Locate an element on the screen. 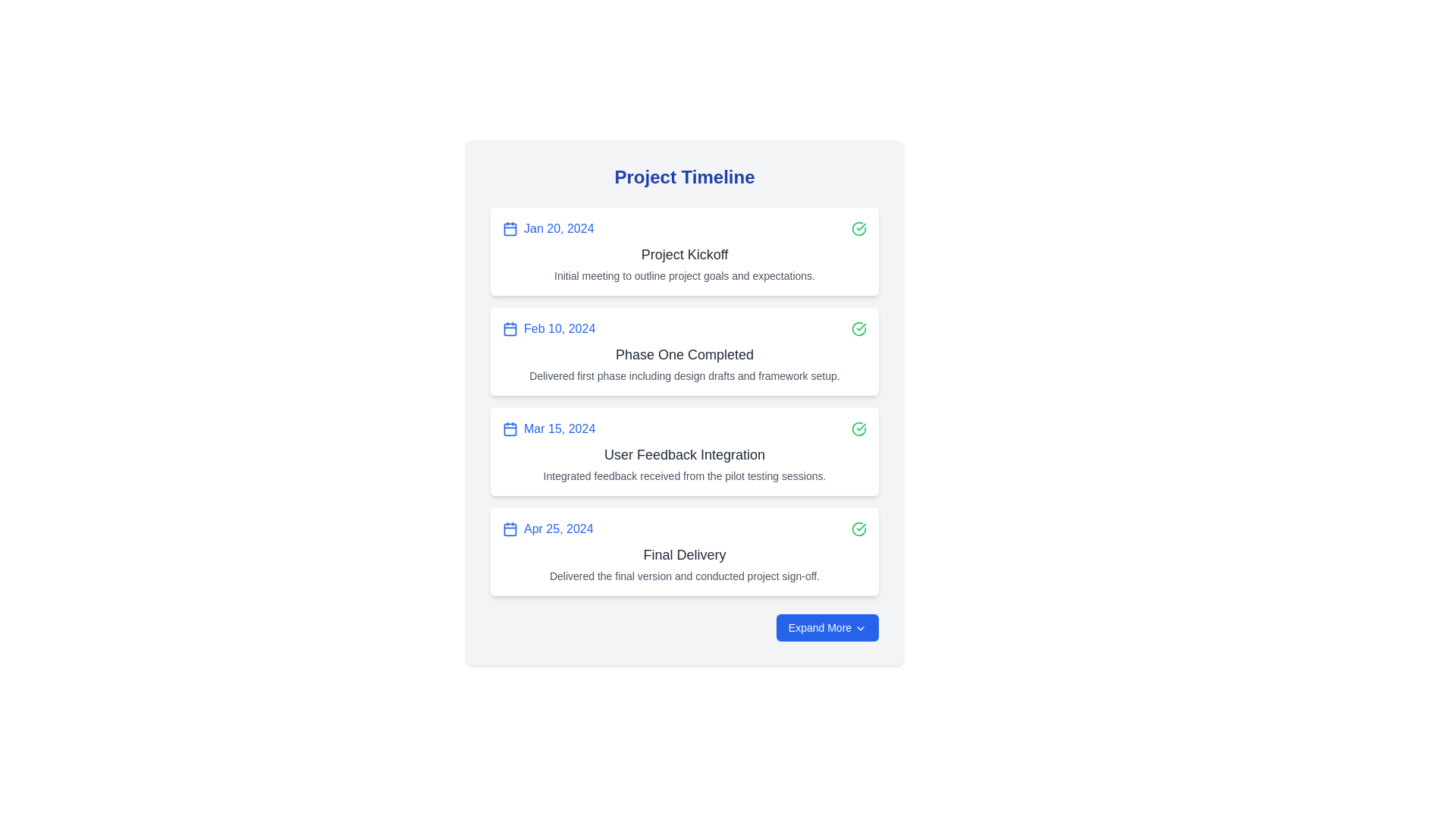 Image resolution: width=1456 pixels, height=819 pixels. the green circle icon with a checkmark in the top-right corner of the 'Mar 15, 2024' timeline section is located at coordinates (858, 429).